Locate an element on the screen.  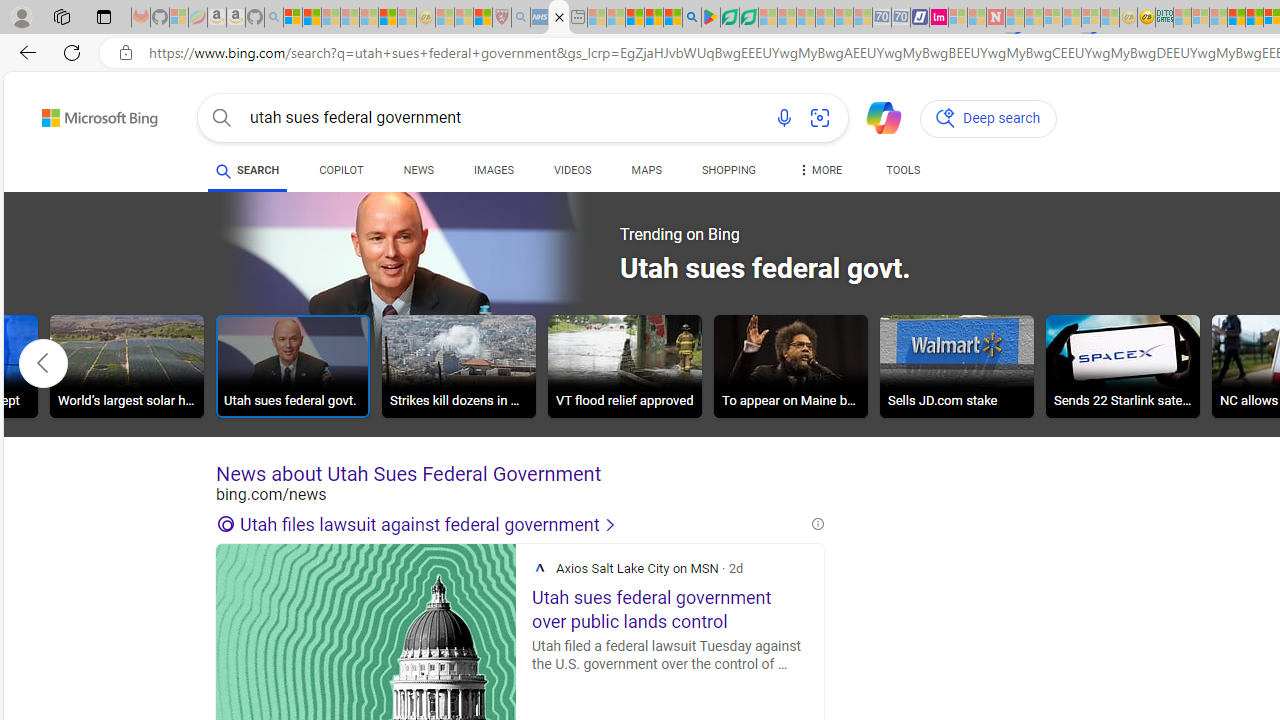
'Sends 22 Starlink satellites' is located at coordinates (1123, 366).